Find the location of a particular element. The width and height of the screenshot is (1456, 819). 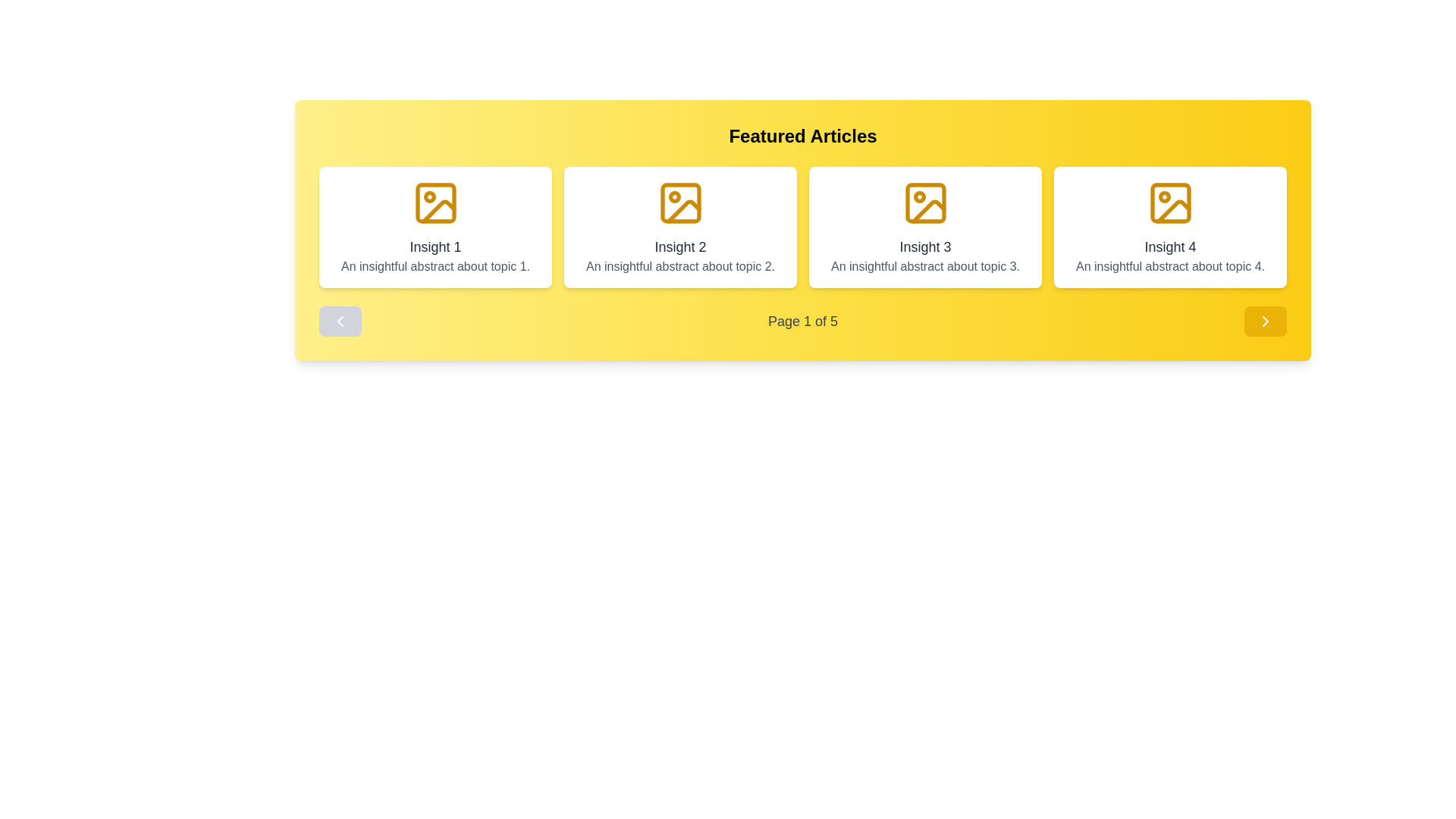

the Decorative Circular Graphic located in the top-left corner of the first framed image icon in the carousel of articles titled 'Insight 1' is located at coordinates (428, 196).